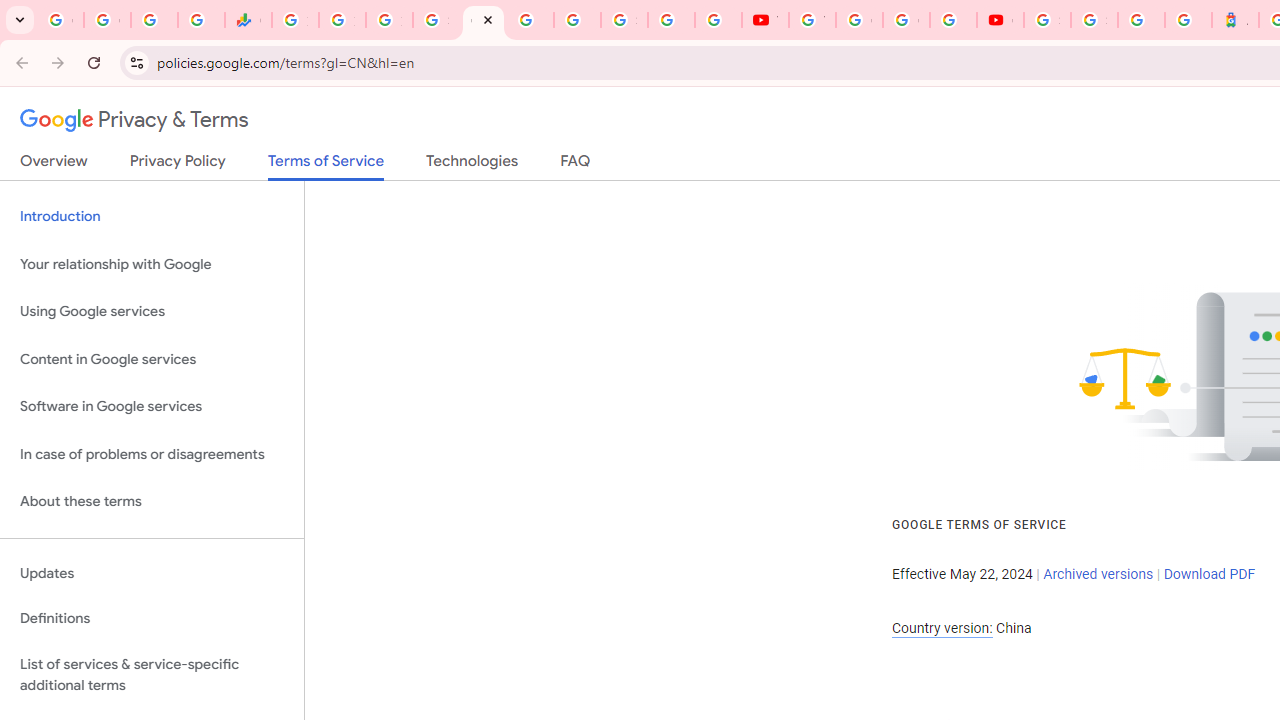 This screenshot has height=720, width=1280. Describe the element at coordinates (1000, 20) in the screenshot. I see `'Content Creator Programs & Opportunities - YouTube Creators'` at that location.